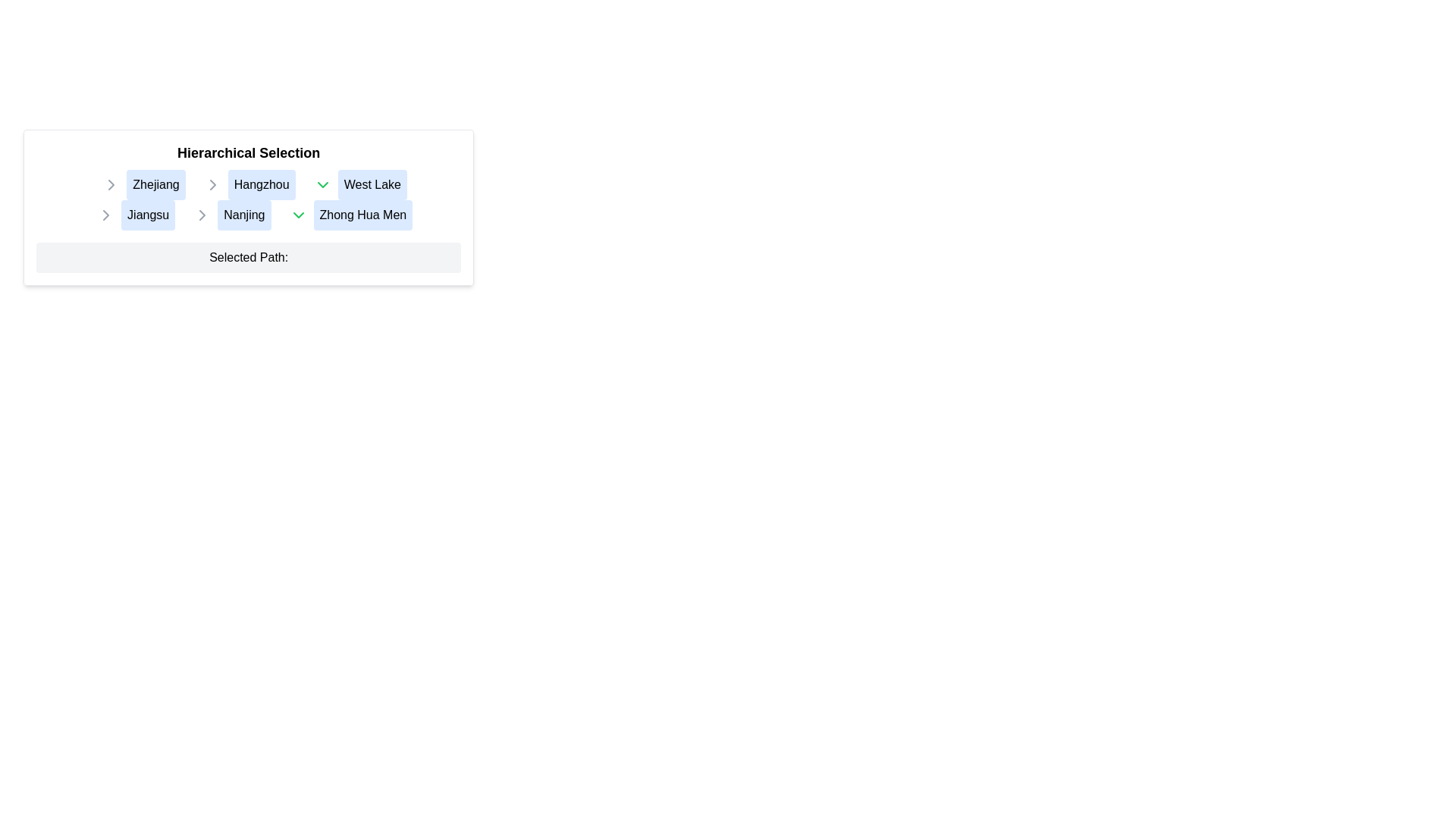  What do you see at coordinates (111, 184) in the screenshot?
I see `the chevron icon located immediately to the left of the text labeled 'Zhejiang', which serves as a visual indicator for expanding or collapsing a hierarchical element` at bounding box center [111, 184].